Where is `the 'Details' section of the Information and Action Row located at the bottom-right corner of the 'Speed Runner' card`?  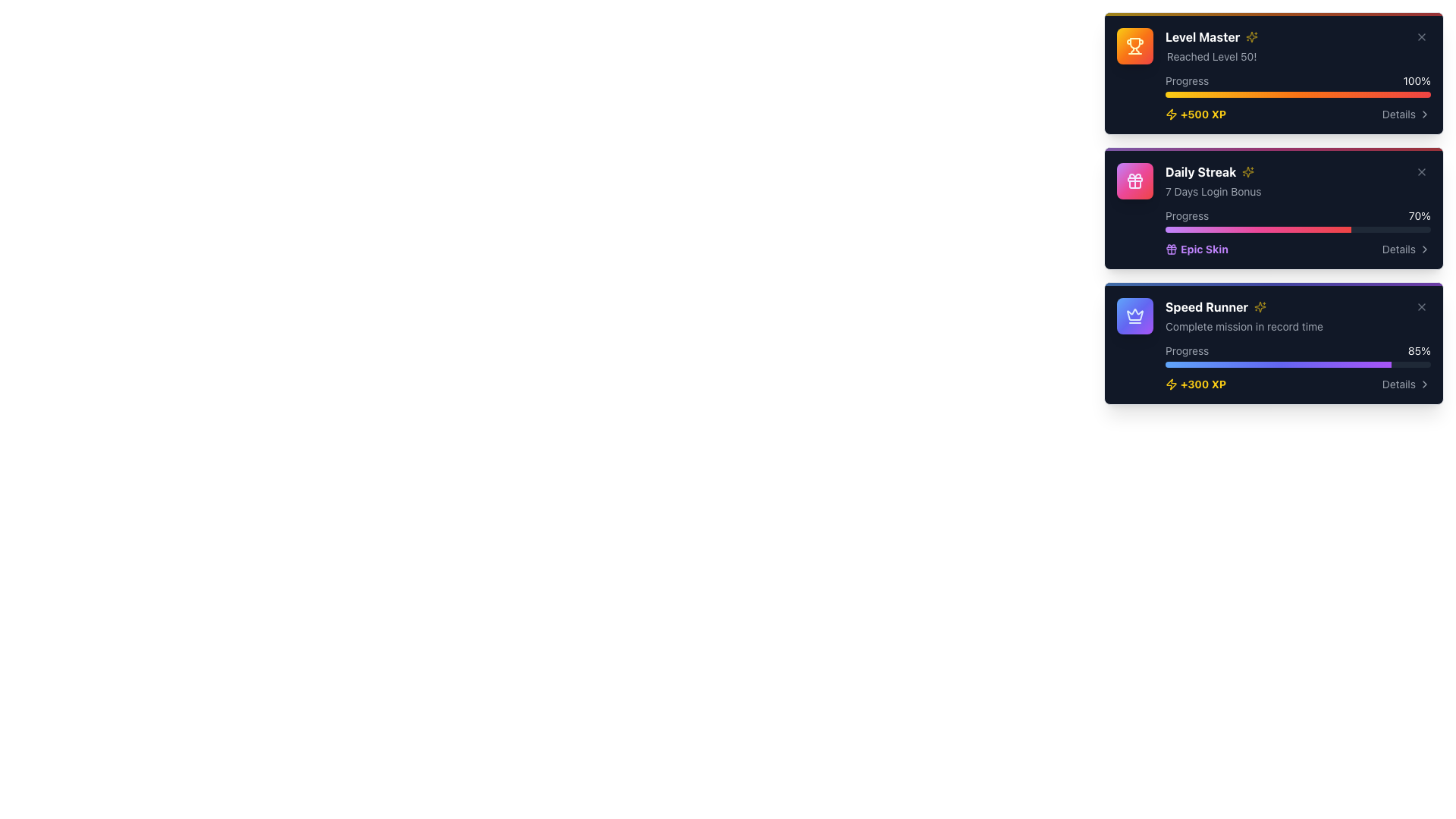 the 'Details' section of the Information and Action Row located at the bottom-right corner of the 'Speed Runner' card is located at coordinates (1298, 383).